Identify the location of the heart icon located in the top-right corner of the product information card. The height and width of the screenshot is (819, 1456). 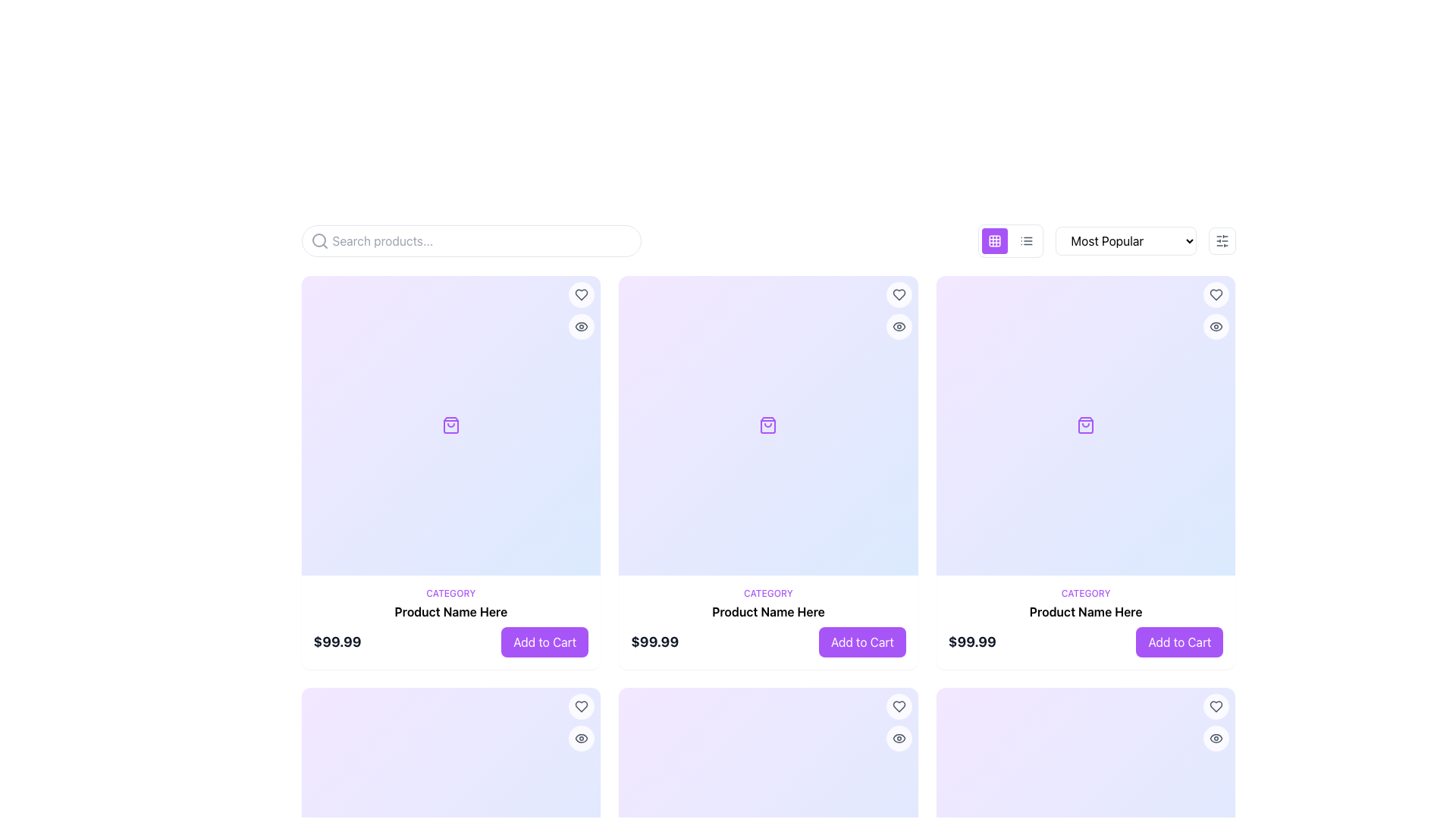
(1216, 295).